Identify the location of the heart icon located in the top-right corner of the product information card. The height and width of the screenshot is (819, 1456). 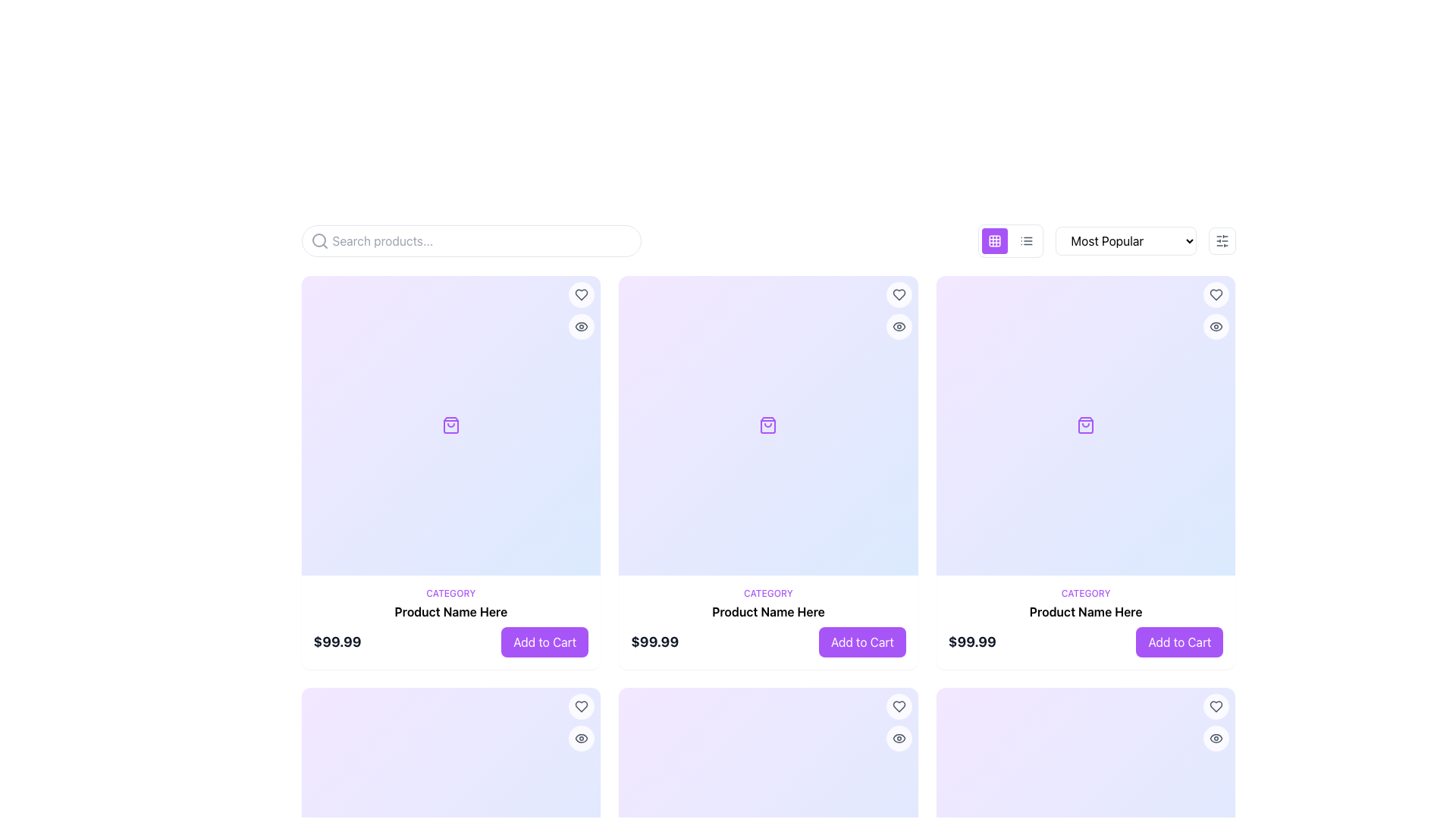
(1216, 295).